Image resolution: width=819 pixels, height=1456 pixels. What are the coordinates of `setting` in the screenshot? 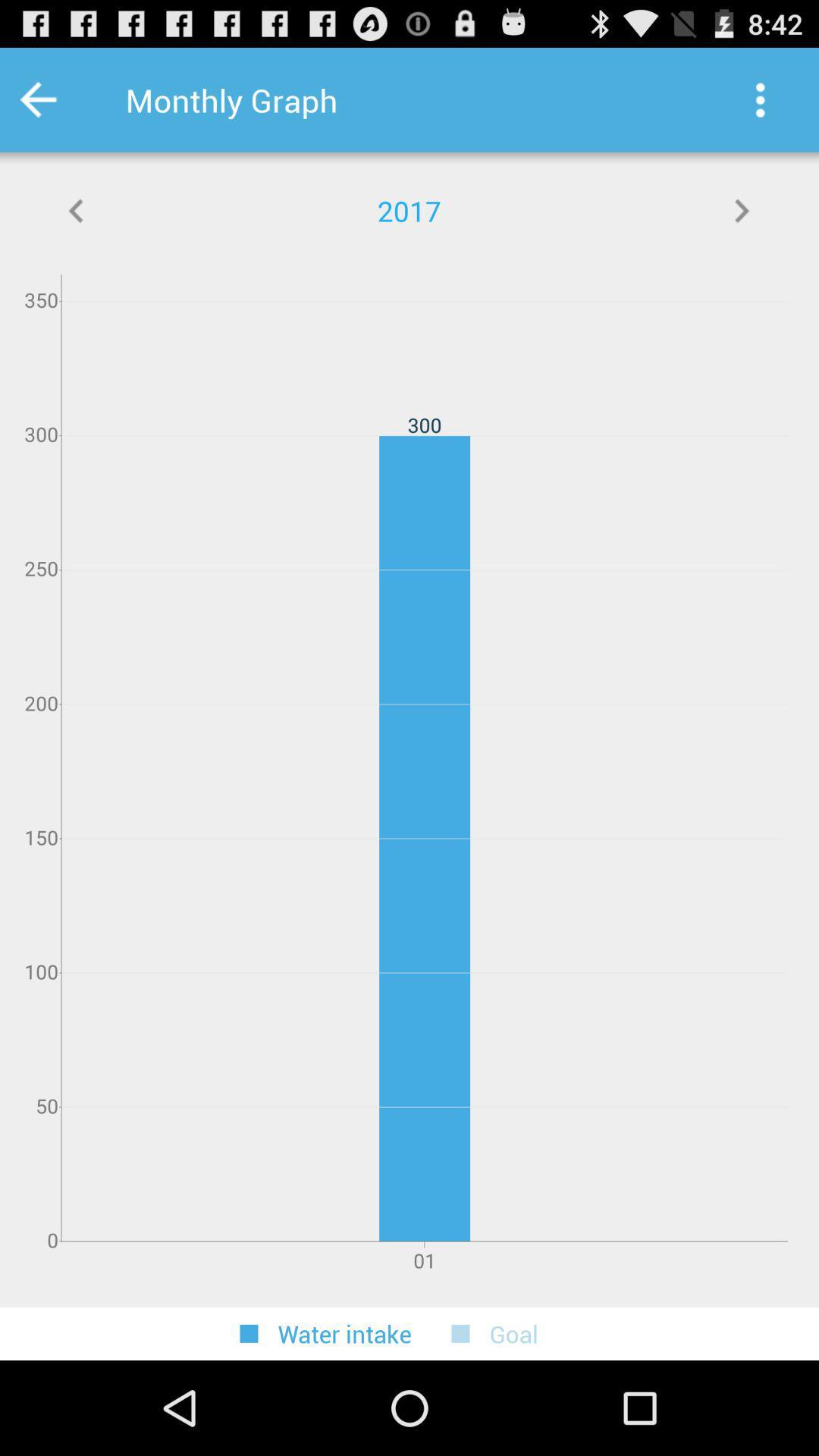 It's located at (760, 99).